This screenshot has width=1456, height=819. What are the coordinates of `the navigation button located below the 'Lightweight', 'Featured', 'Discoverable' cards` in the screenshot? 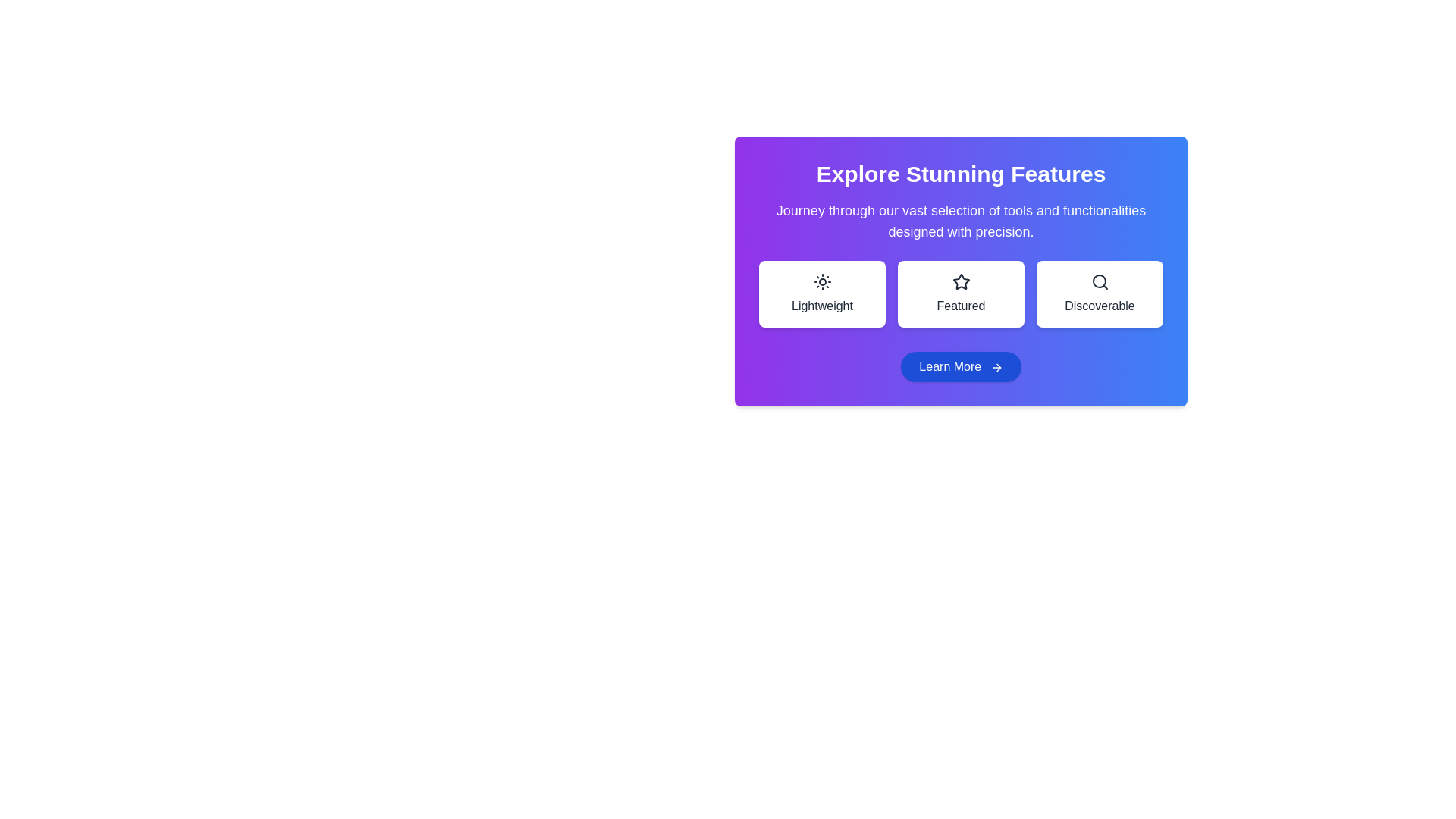 It's located at (960, 366).